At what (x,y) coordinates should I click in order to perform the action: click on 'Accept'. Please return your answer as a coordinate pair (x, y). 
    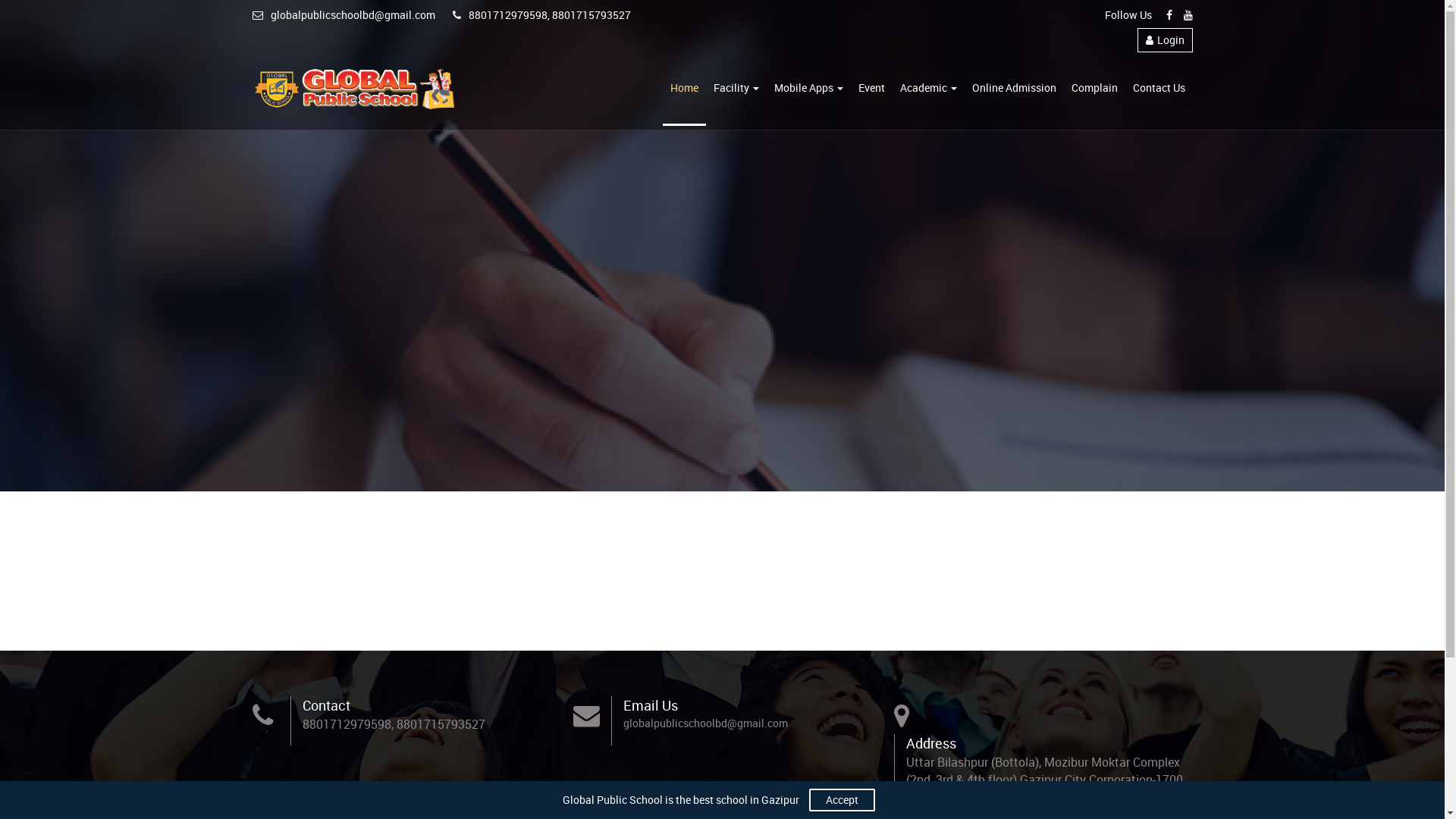
    Looking at the image, I should click on (840, 799).